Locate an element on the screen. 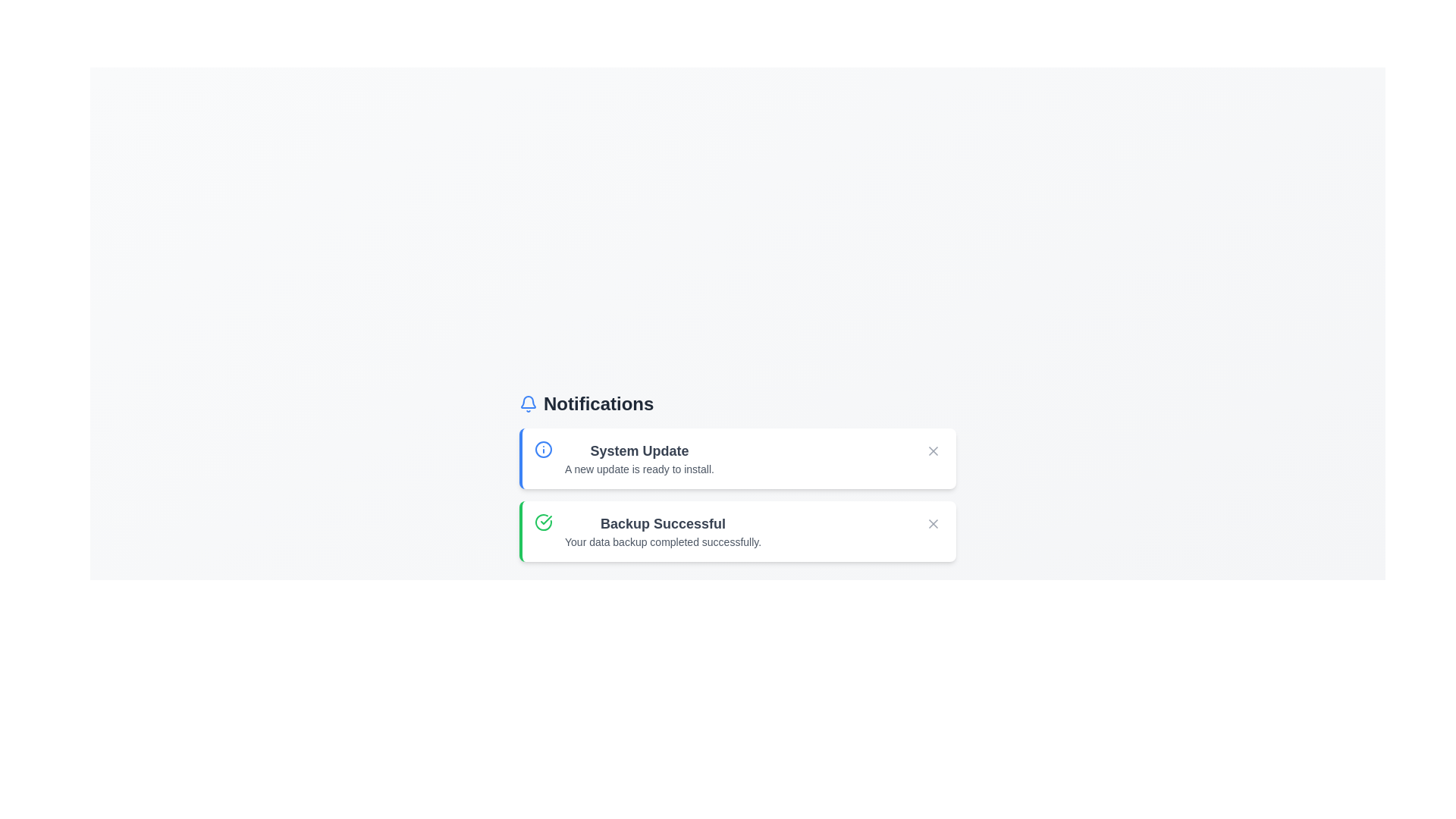 This screenshot has width=1456, height=819. notification message displayed in the text block that indicates a successful data backup operation, which is located below the 'System Update' notification is located at coordinates (663, 531).